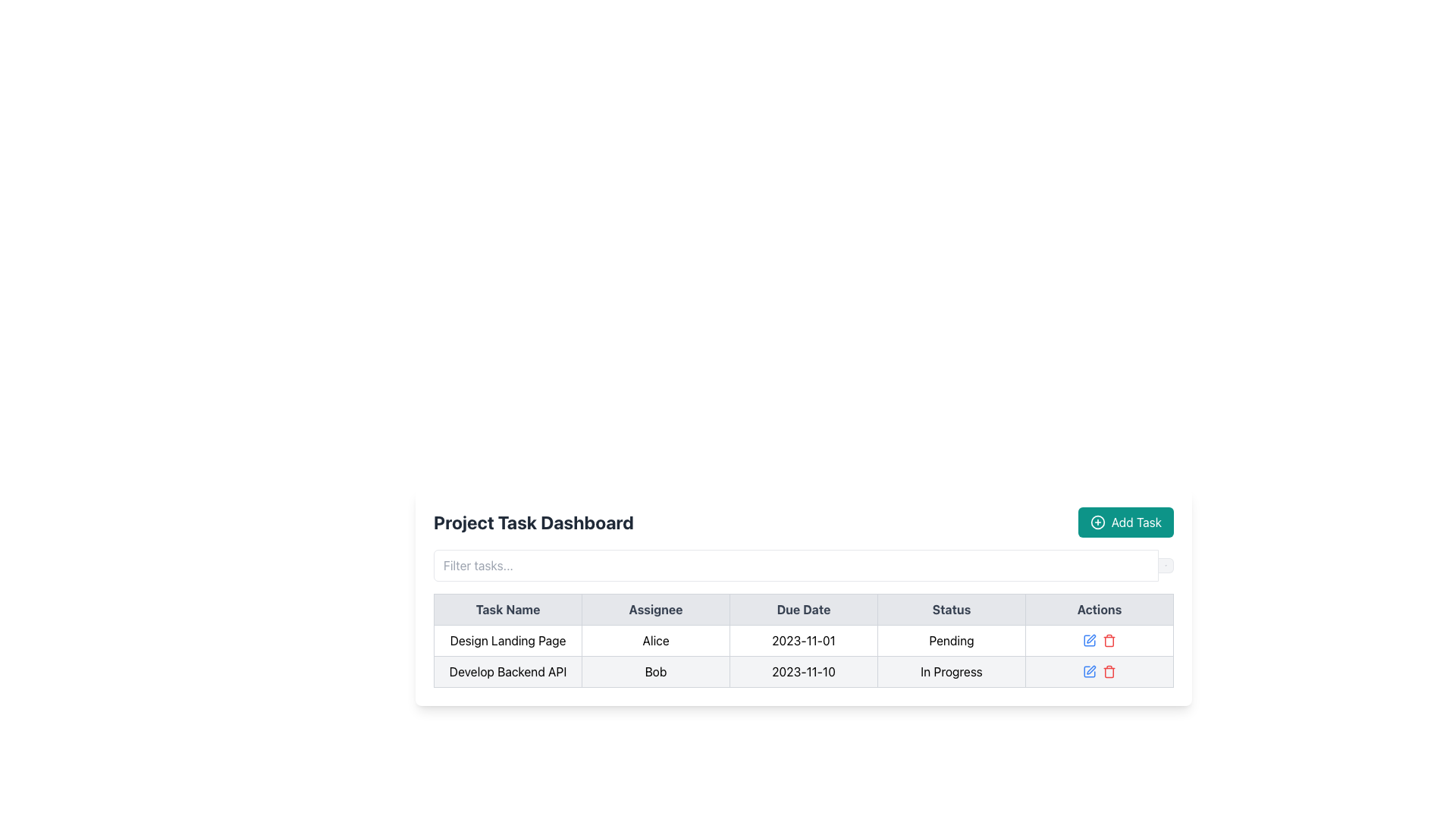 This screenshot has width=1456, height=819. I want to click on the 'Due Date' column header in the table, which is the third header column positioned between 'Assignee' and 'Status', so click(803, 608).